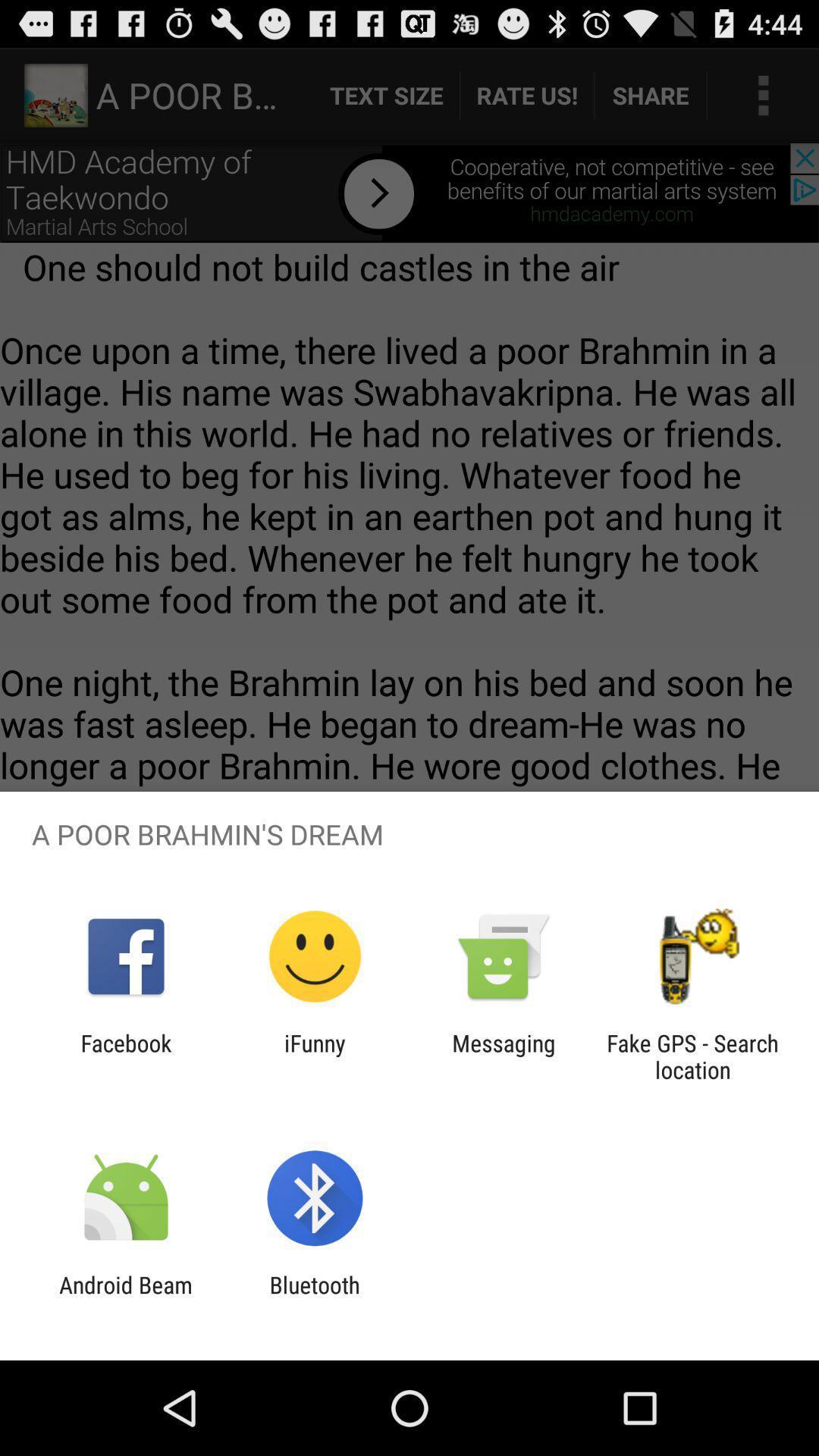  I want to click on app next to android beam item, so click(314, 1298).